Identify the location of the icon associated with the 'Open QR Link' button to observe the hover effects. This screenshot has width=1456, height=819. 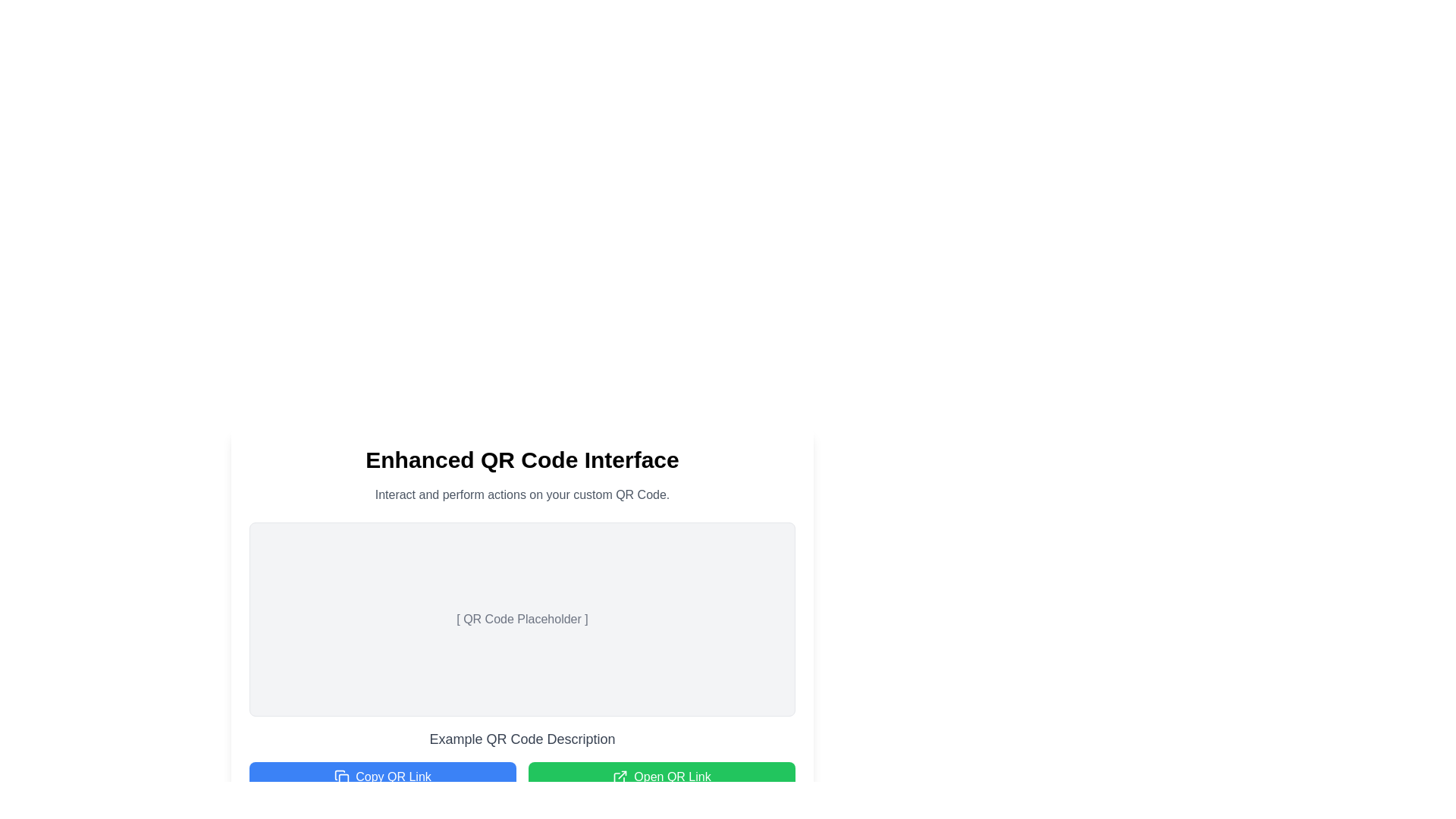
(620, 777).